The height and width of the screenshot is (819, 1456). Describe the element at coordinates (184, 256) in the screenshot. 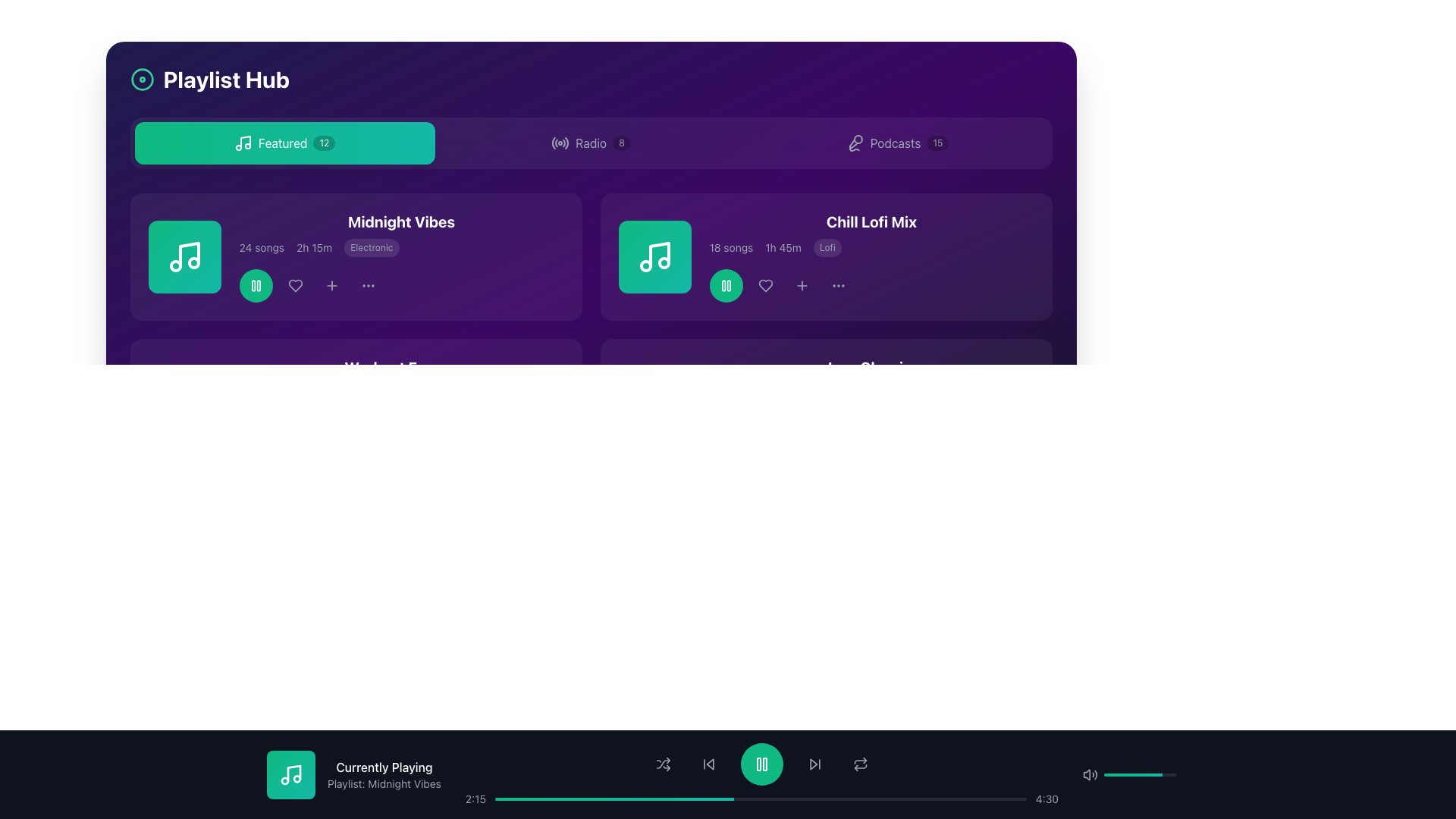

I see `the music playlist icon, which is the leftmost item in the grid and has a teal square background above the label 'Midnight Vibes'` at that location.